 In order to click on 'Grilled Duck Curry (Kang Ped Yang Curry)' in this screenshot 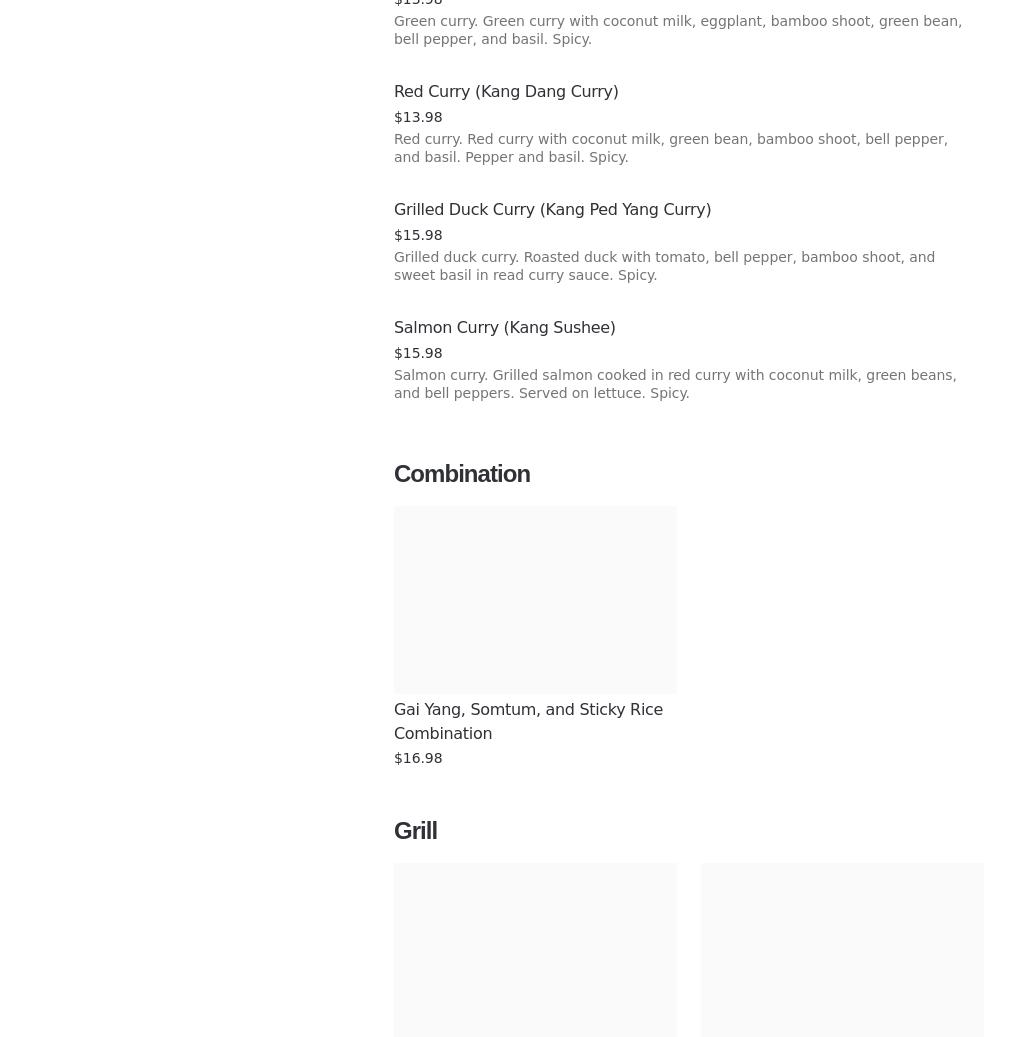, I will do `click(552, 208)`.